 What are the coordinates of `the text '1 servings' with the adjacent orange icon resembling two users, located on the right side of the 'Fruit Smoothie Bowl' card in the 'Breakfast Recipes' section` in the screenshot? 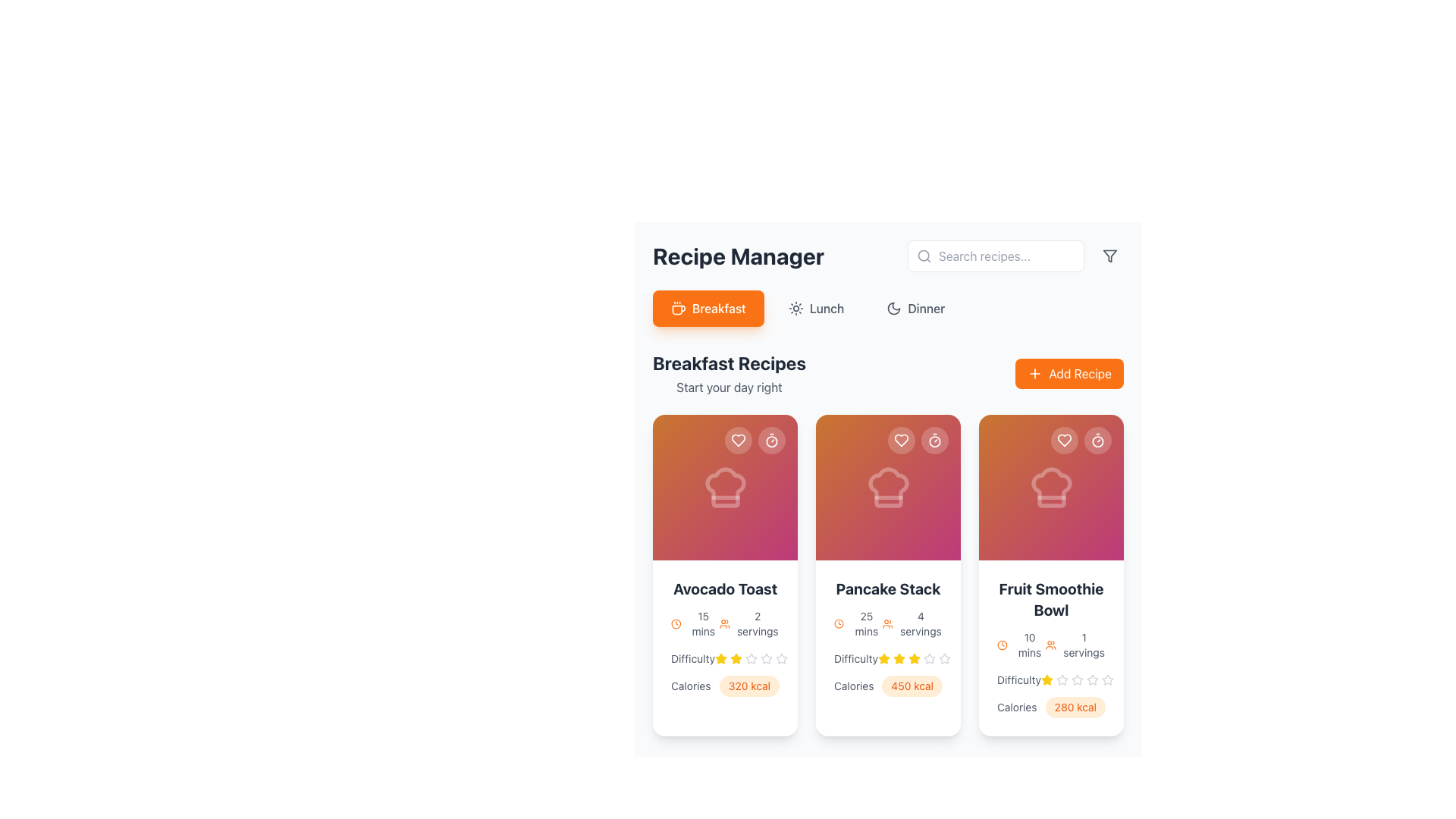 It's located at (1075, 645).